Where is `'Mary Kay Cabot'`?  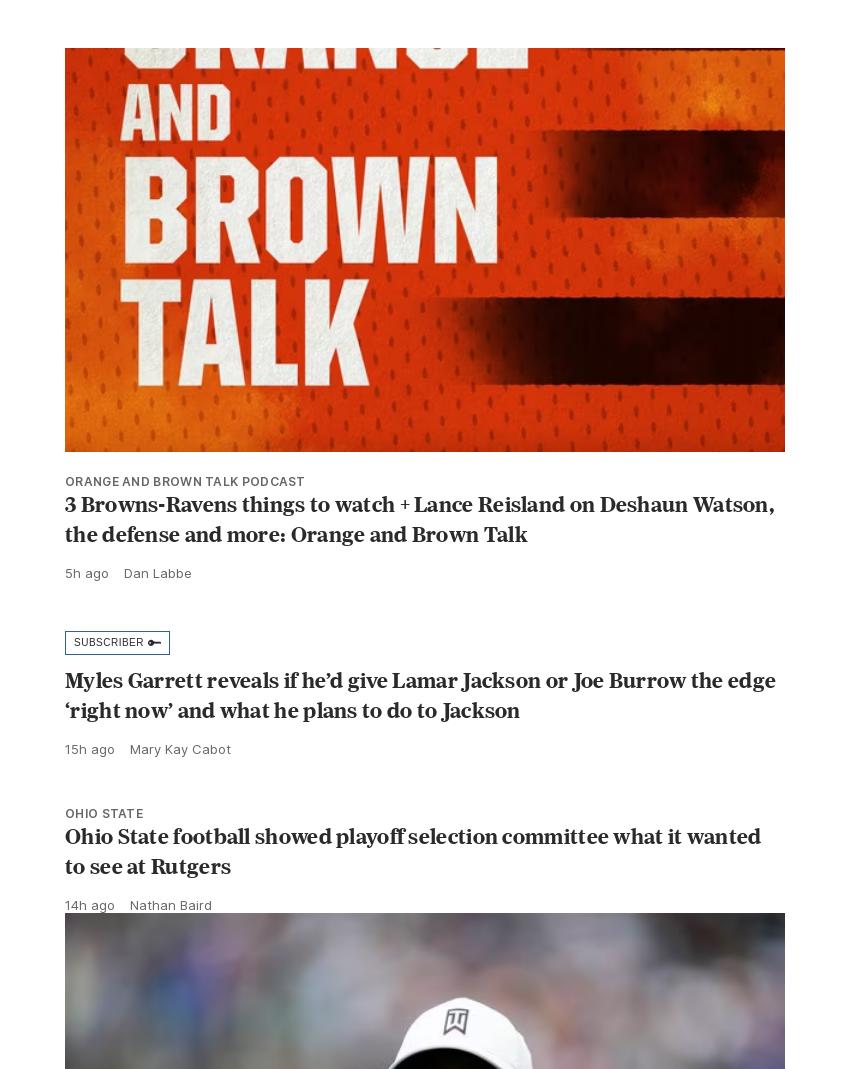 'Mary Kay Cabot' is located at coordinates (129, 792).